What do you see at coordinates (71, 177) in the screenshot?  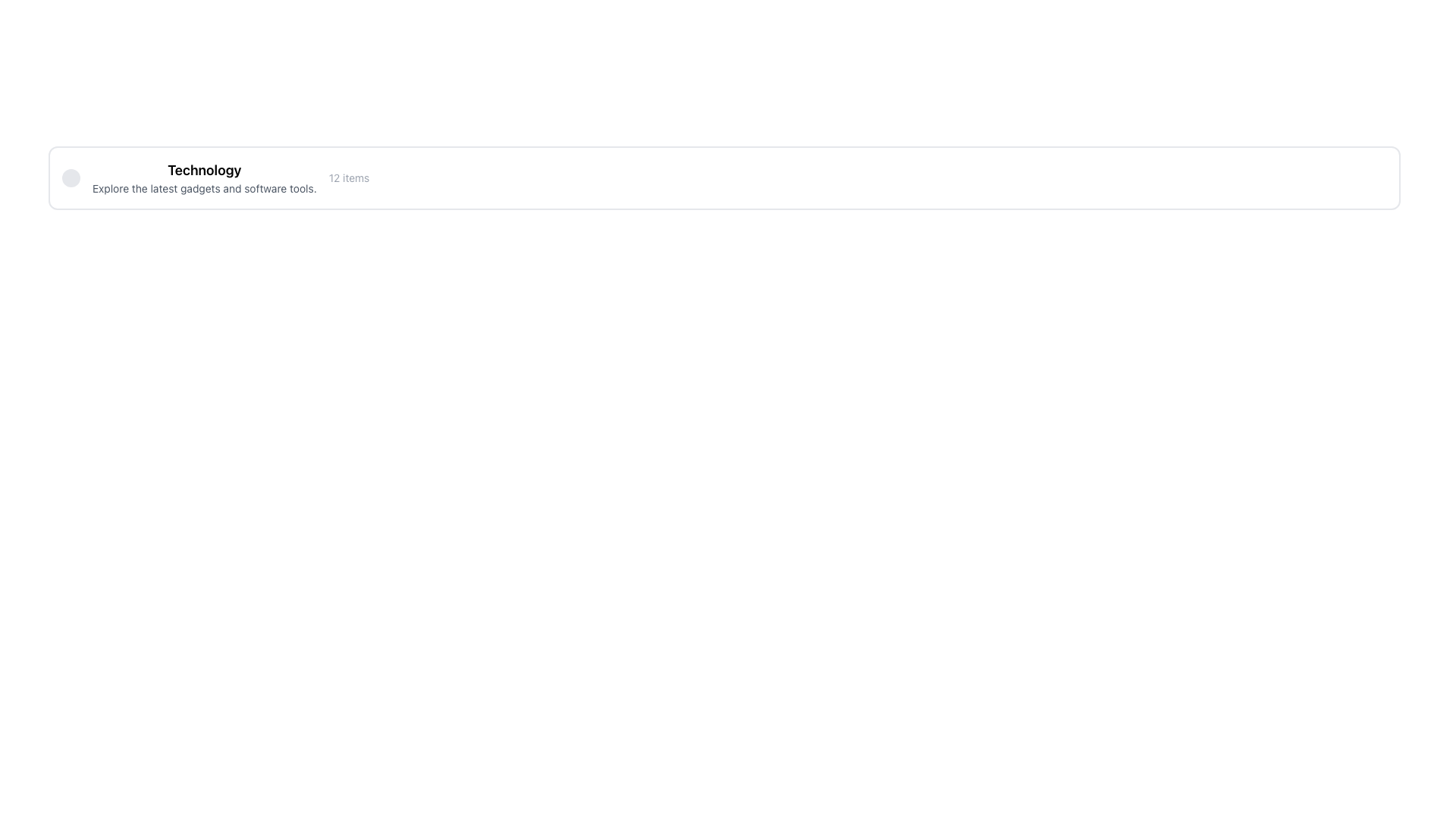 I see `the circular UI component with a gray background located at the far-left side of the card containing 'Technology', a description, and a counter labeled '12 items'` at bounding box center [71, 177].